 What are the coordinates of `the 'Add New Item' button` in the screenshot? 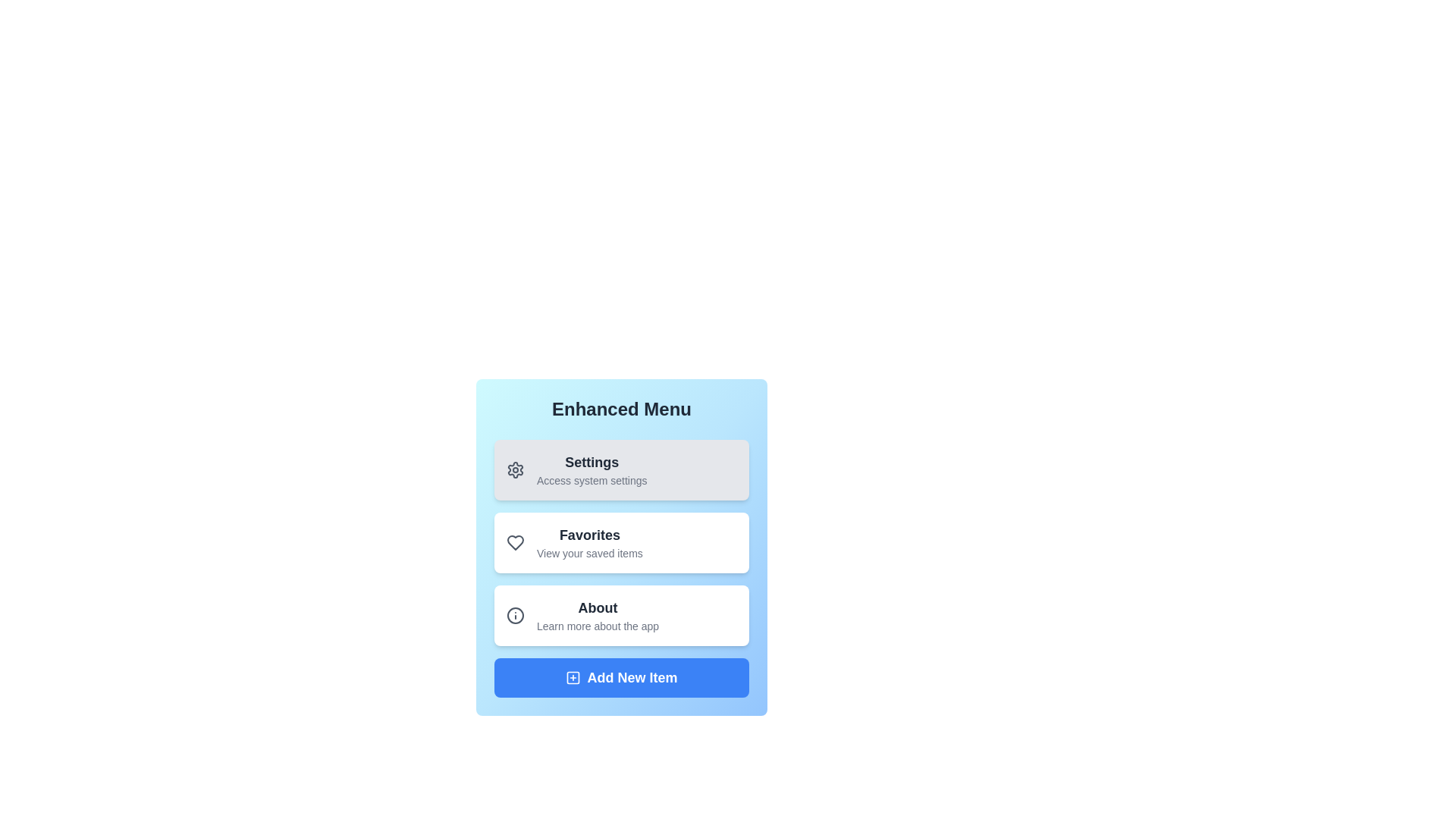 It's located at (622, 677).